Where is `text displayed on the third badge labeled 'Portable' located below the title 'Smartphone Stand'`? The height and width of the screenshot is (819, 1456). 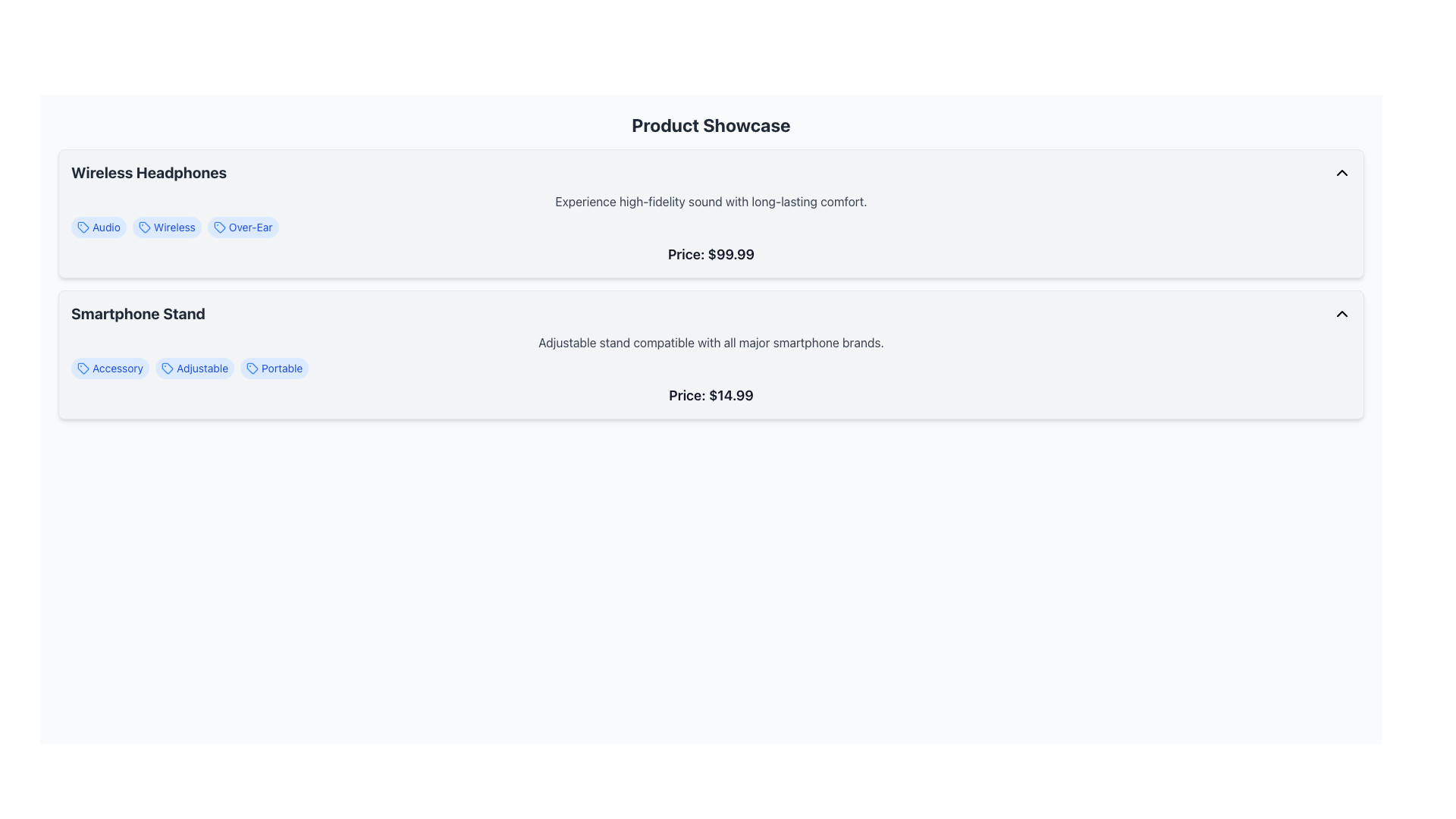 text displayed on the third badge labeled 'Portable' located below the title 'Smartphone Stand' is located at coordinates (275, 369).